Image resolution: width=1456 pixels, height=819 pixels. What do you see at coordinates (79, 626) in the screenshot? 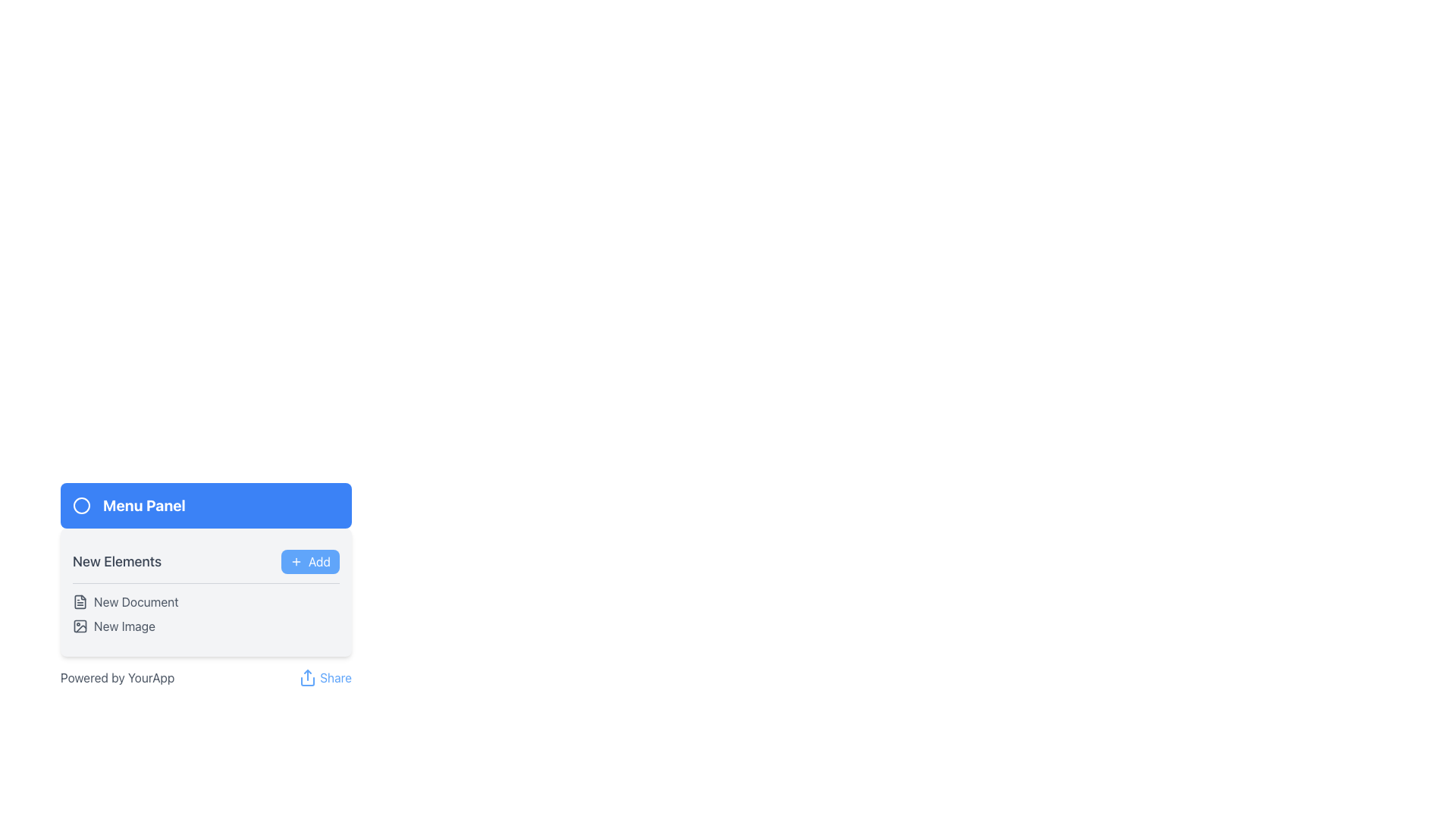
I see `the primary rectangular background of the icon labeled 'New Image', which is located in the lower area of the interface` at bounding box center [79, 626].